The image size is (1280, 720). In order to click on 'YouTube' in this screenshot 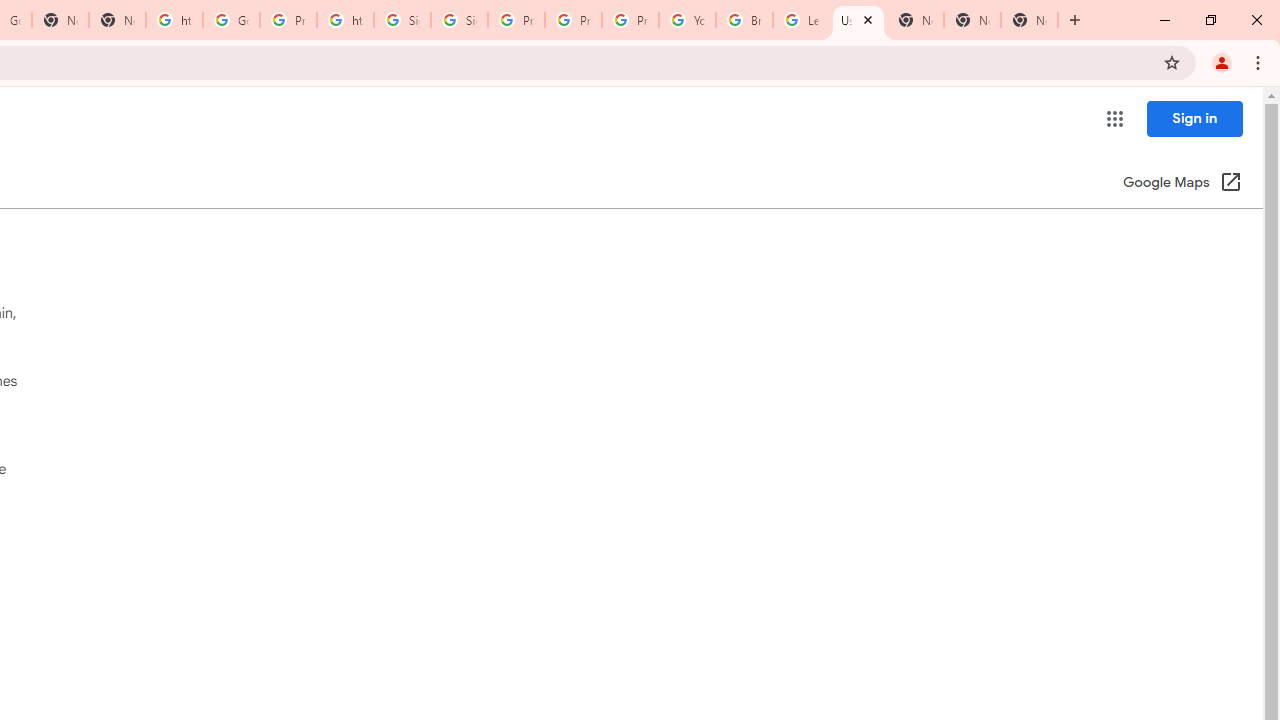, I will do `click(687, 20)`.